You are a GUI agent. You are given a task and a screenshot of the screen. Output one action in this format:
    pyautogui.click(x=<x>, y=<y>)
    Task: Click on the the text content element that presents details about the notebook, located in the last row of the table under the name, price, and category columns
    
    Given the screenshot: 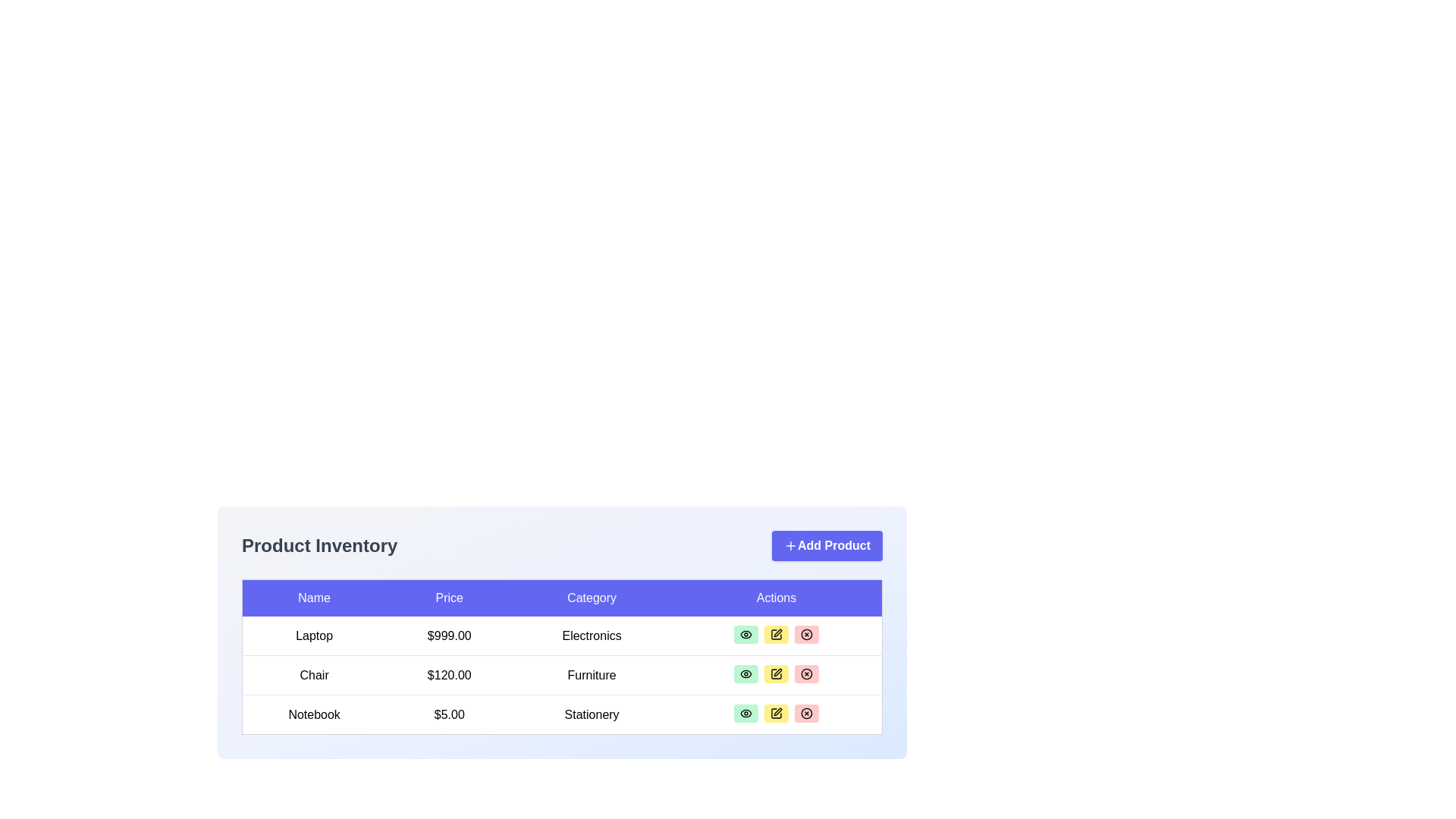 What is the action you would take?
    pyautogui.click(x=561, y=714)
    